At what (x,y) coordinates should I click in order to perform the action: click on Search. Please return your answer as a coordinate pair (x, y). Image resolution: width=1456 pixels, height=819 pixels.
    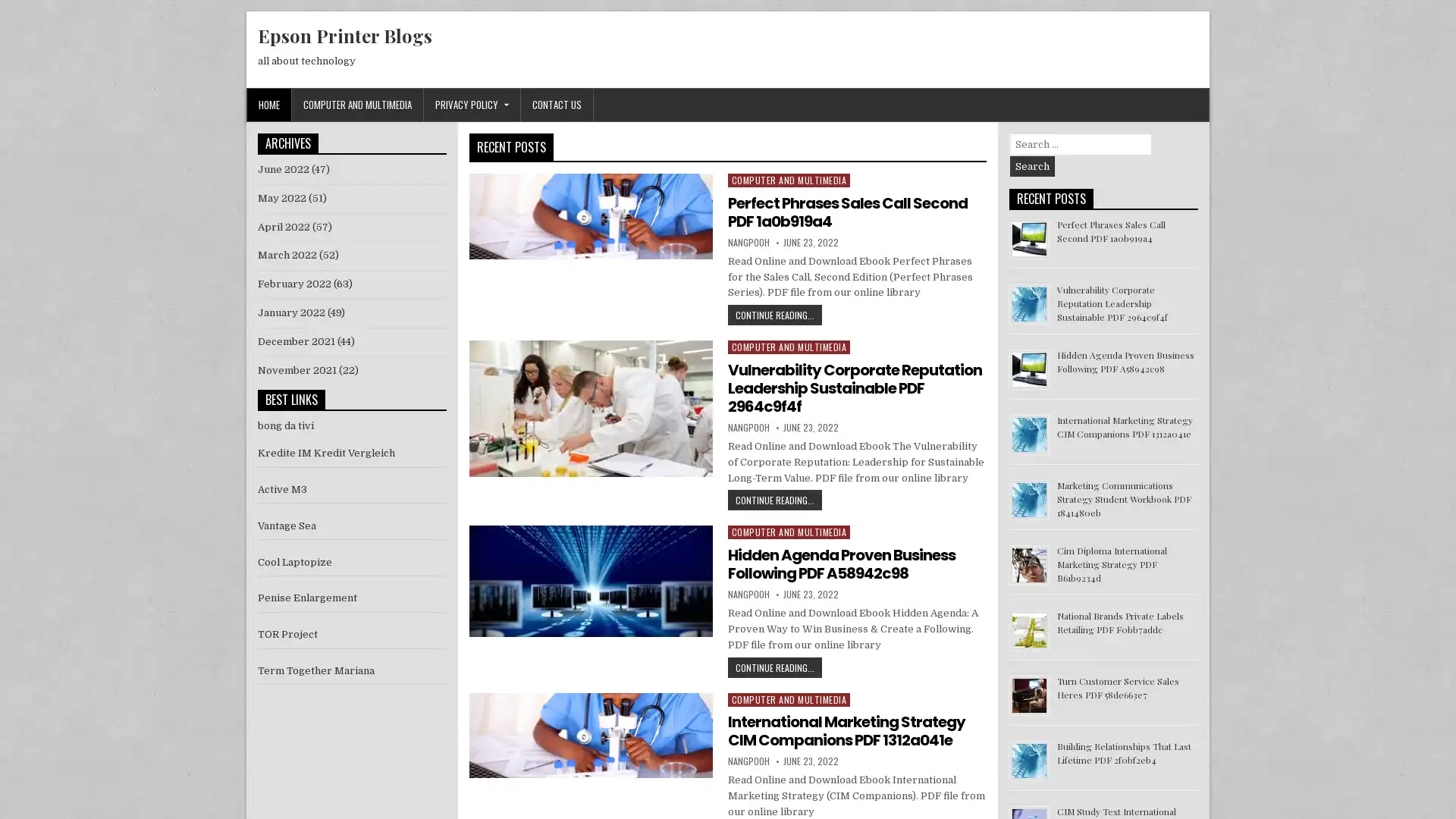
    Looking at the image, I should click on (1031, 166).